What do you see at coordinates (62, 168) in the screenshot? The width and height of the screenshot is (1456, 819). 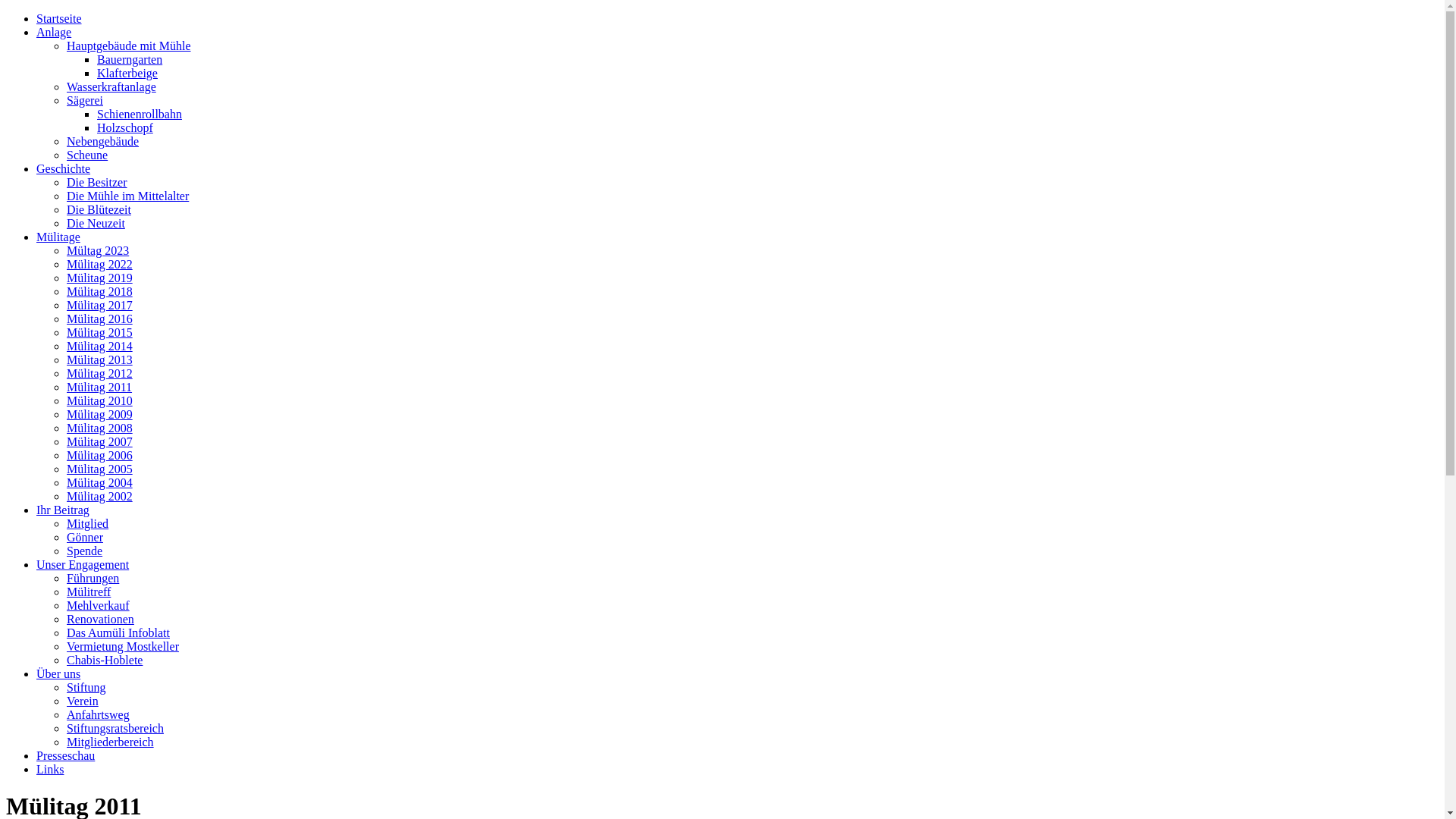 I see `'Geschichte'` at bounding box center [62, 168].